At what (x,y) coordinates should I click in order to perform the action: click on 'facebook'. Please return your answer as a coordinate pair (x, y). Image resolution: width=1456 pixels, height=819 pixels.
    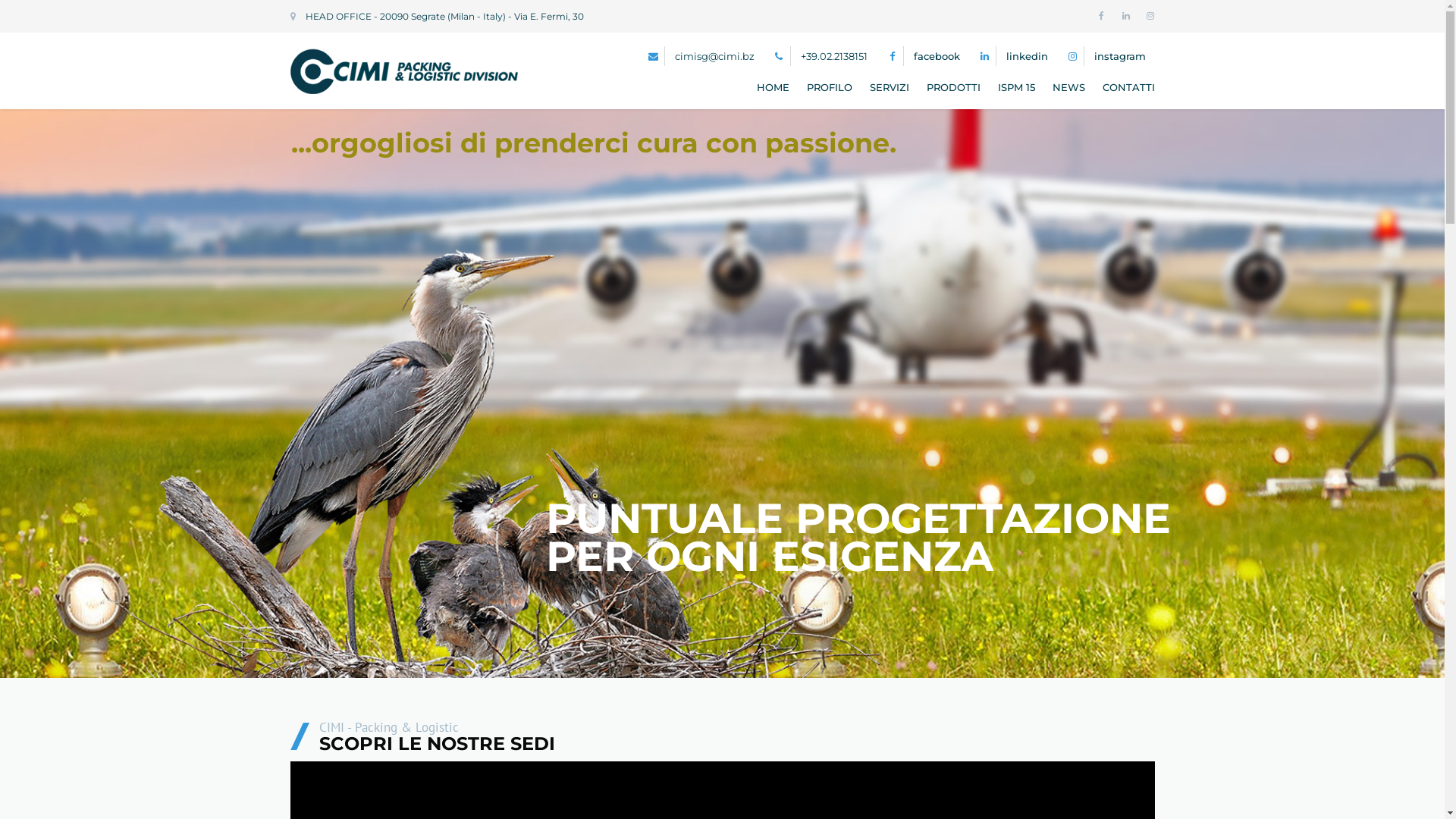
    Looking at the image, I should click on (935, 55).